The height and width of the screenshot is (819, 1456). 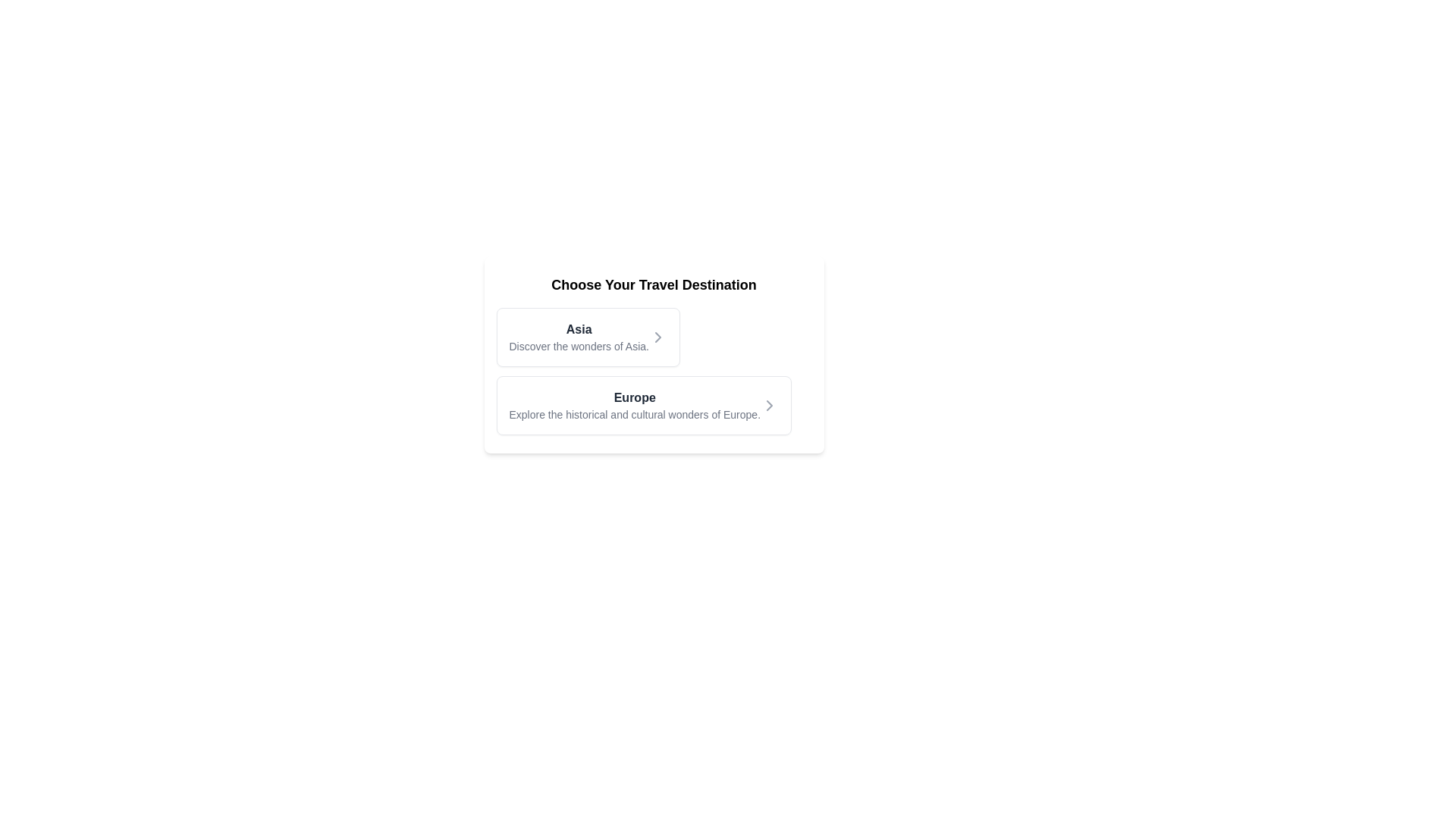 What do you see at coordinates (634, 415) in the screenshot?
I see `the text label providing supplementary information about the 'Europe' section for copying, located directly below the 'Europe' header in the main card area` at bounding box center [634, 415].